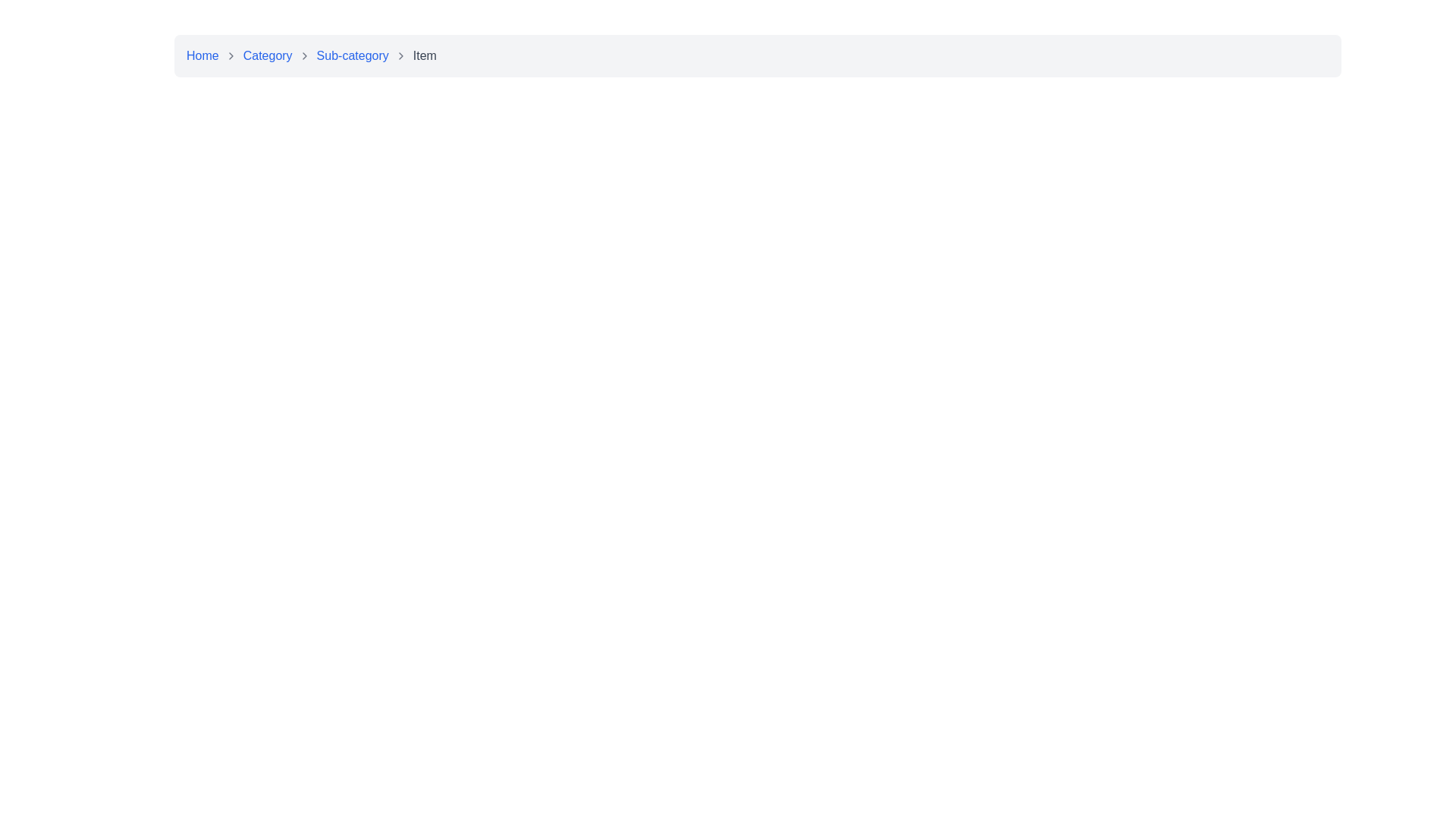 Image resolution: width=1456 pixels, height=819 pixels. What do you see at coordinates (303, 55) in the screenshot?
I see `the right-pointing chevron icon in the breadcrumb navigation bar, located between the 'Category' and 'Sub-category' labels` at bounding box center [303, 55].